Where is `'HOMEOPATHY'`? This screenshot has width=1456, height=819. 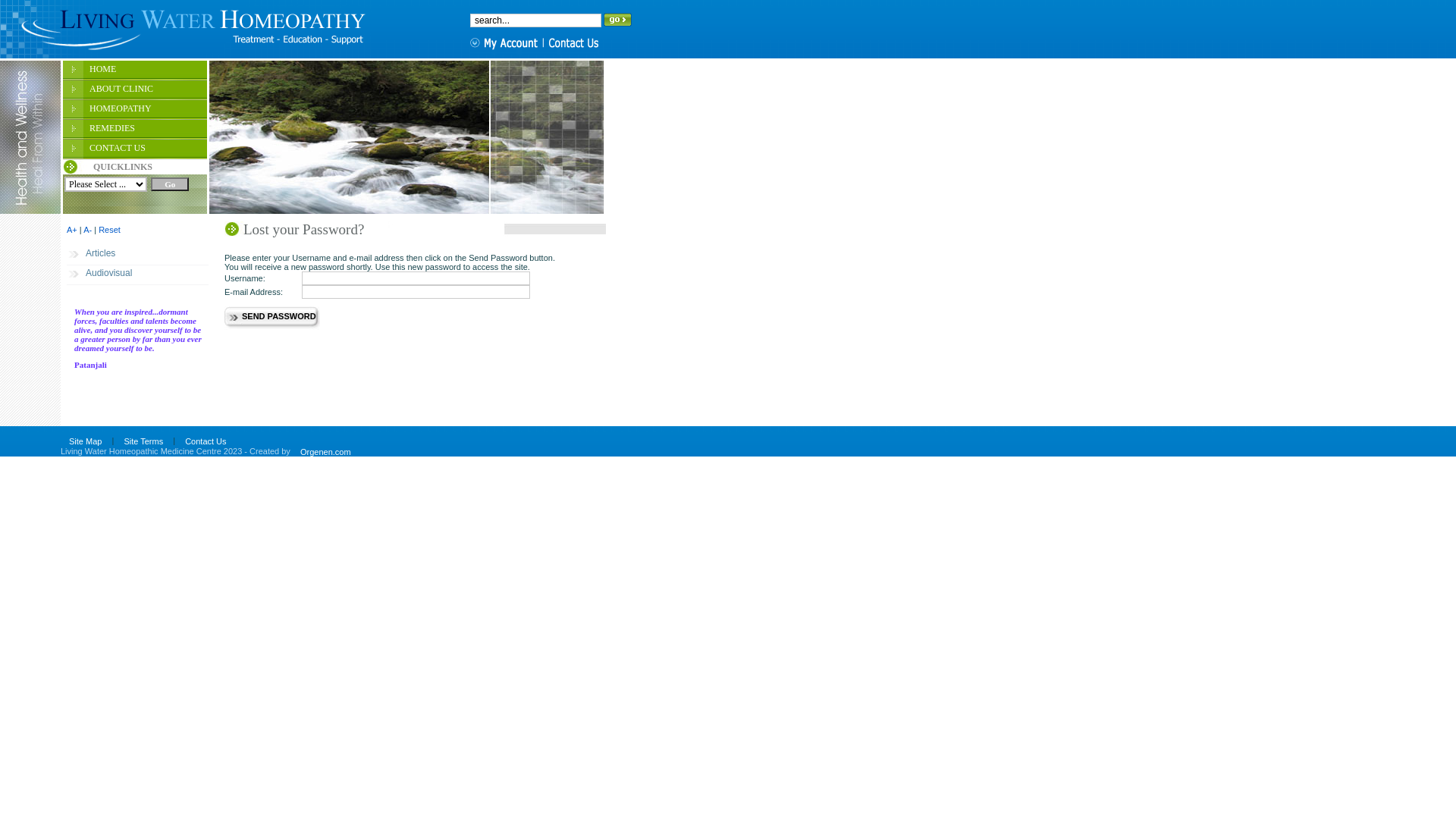 'HOMEOPATHY' is located at coordinates (134, 109).